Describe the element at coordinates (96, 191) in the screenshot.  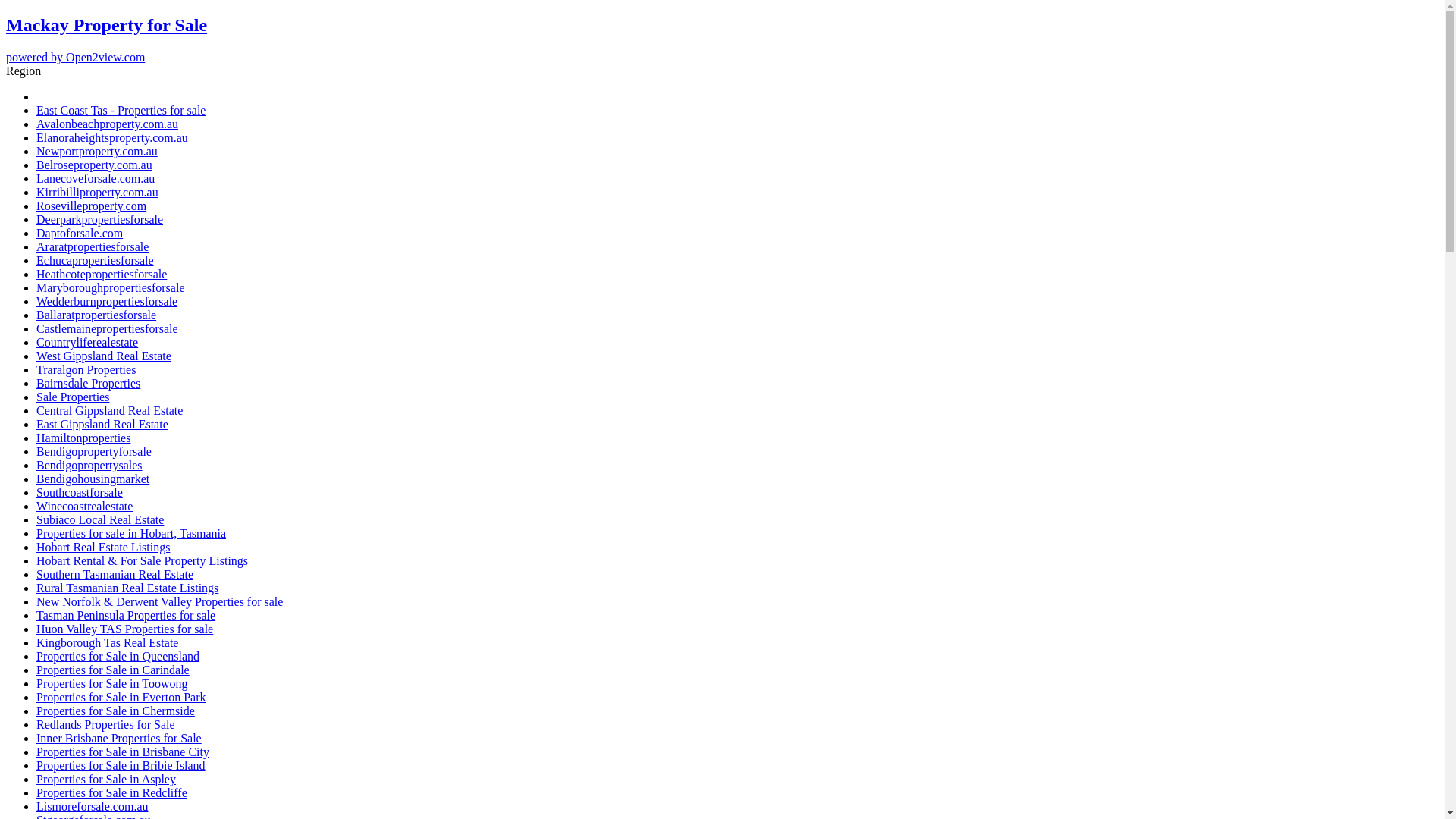
I see `'Kirribilliproperty.com.au'` at that location.